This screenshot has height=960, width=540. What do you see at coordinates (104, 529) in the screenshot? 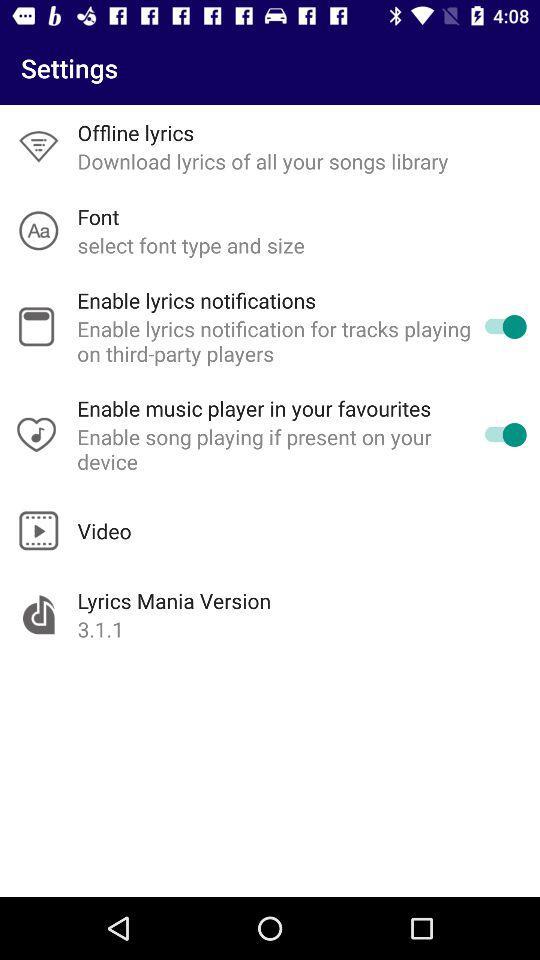
I see `the app above lyrics mania version` at bounding box center [104, 529].